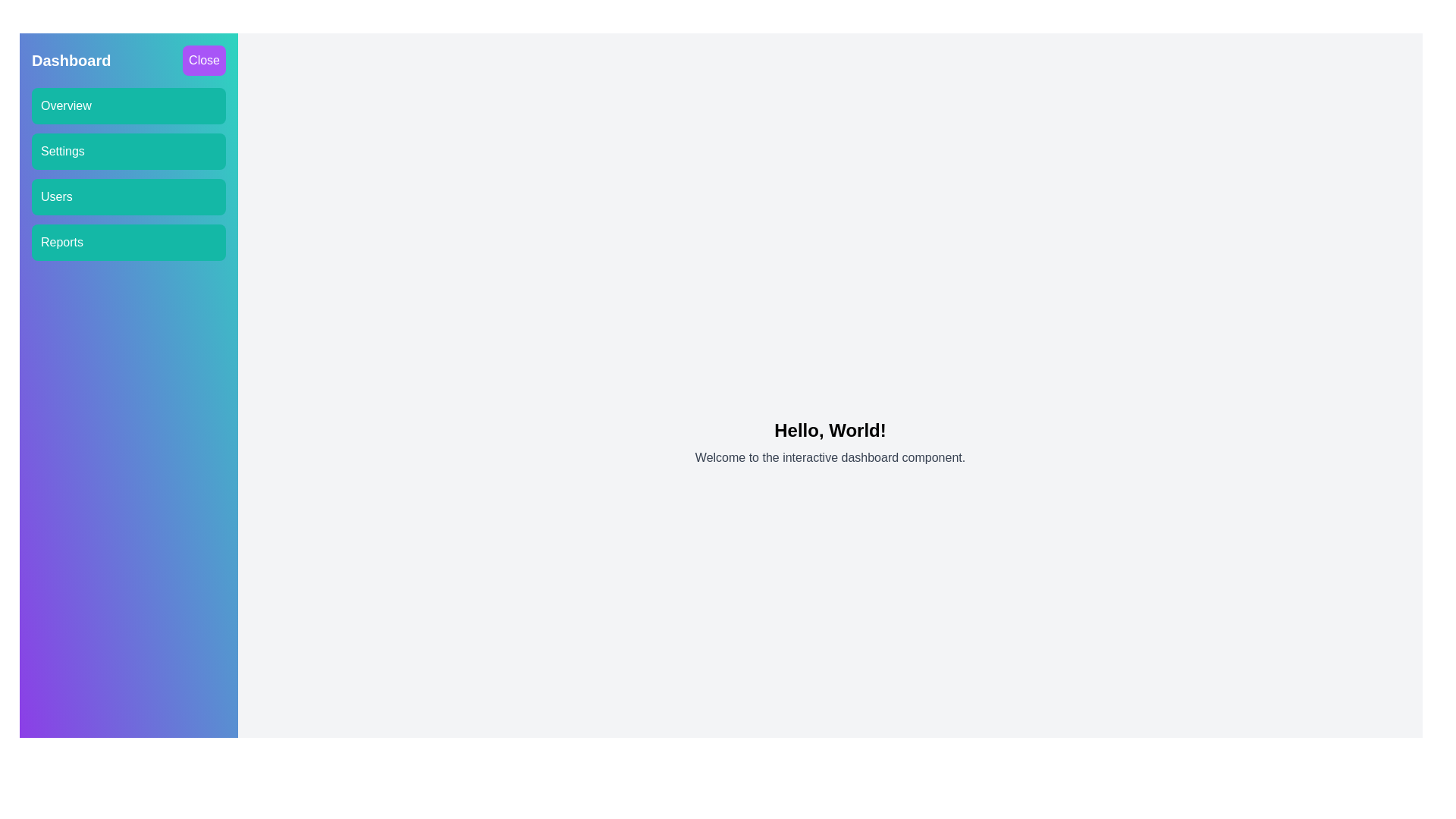 This screenshot has height=819, width=1456. Describe the element at coordinates (128, 196) in the screenshot. I see `the menu button labeled Users to navigate to the corresponding section` at that location.